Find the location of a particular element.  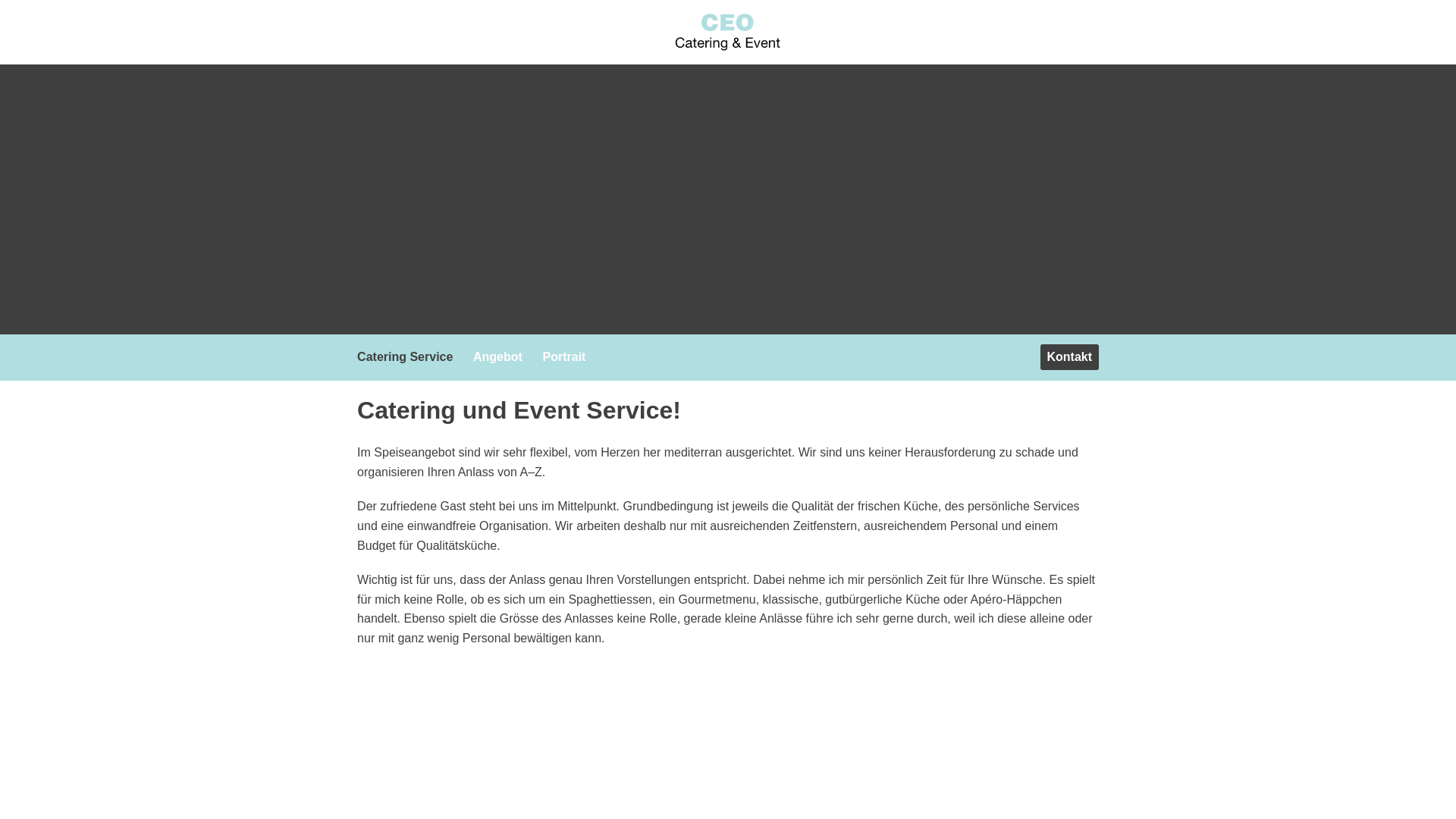

'Angebot' is located at coordinates (501, 356).